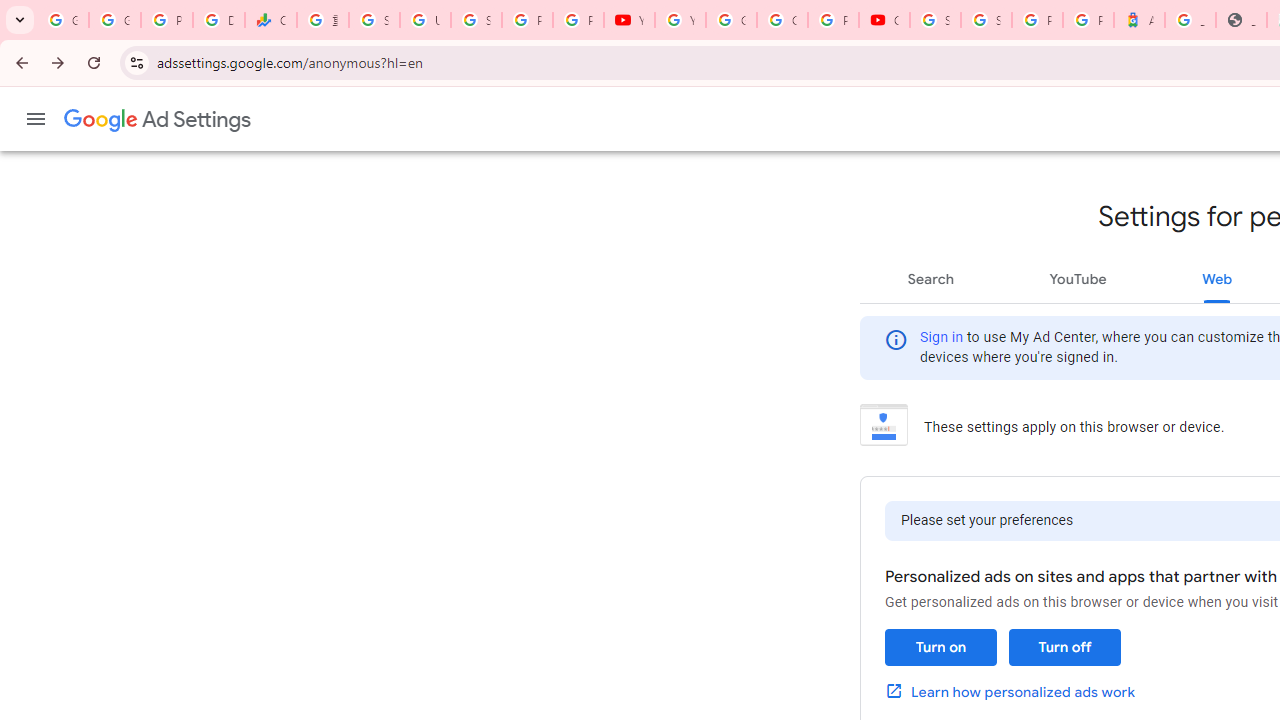 This screenshot has width=1280, height=720. Describe the element at coordinates (577, 20) in the screenshot. I see `'Privacy Checkup'` at that location.